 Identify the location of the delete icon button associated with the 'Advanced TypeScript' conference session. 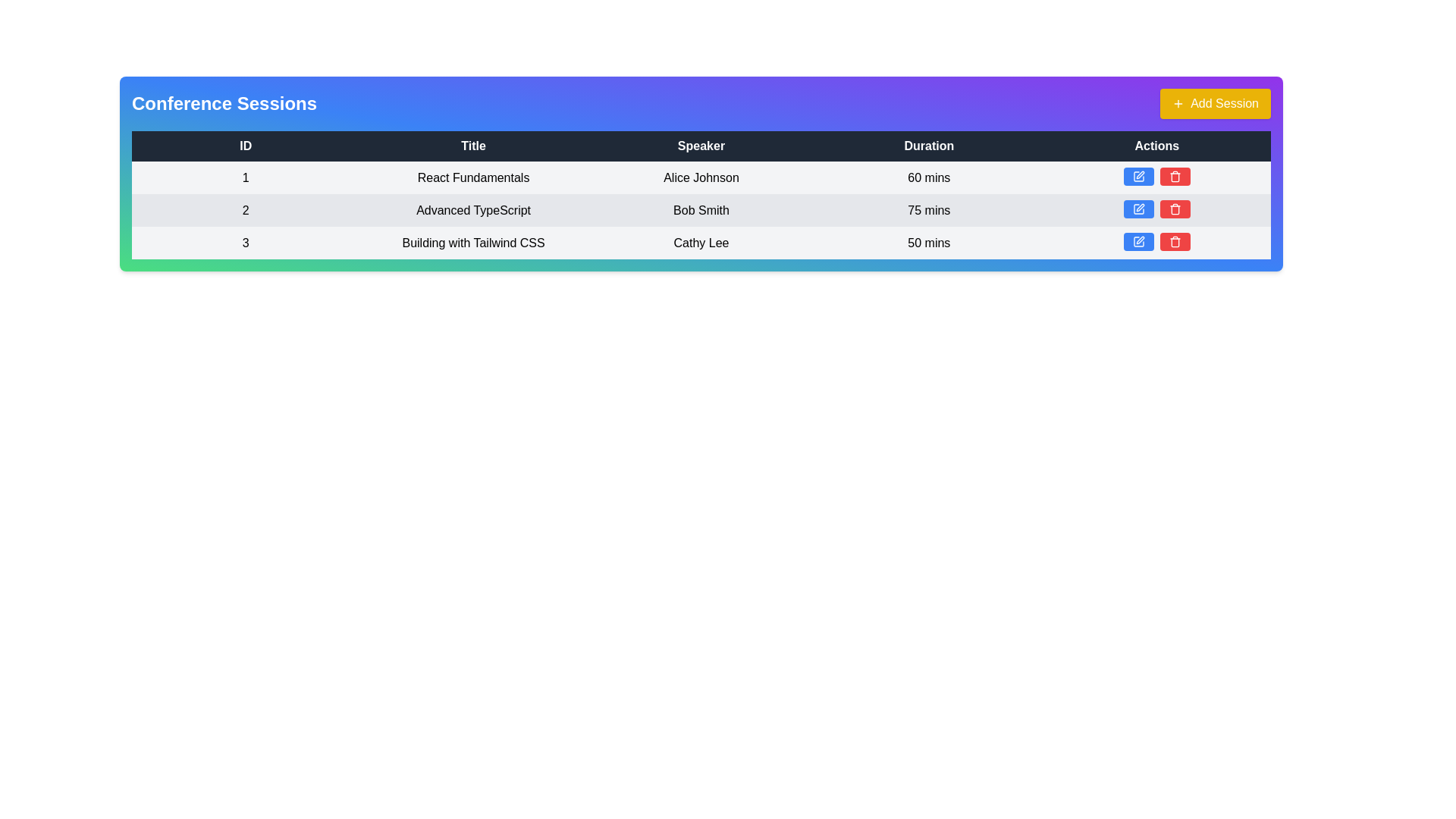
(1174, 209).